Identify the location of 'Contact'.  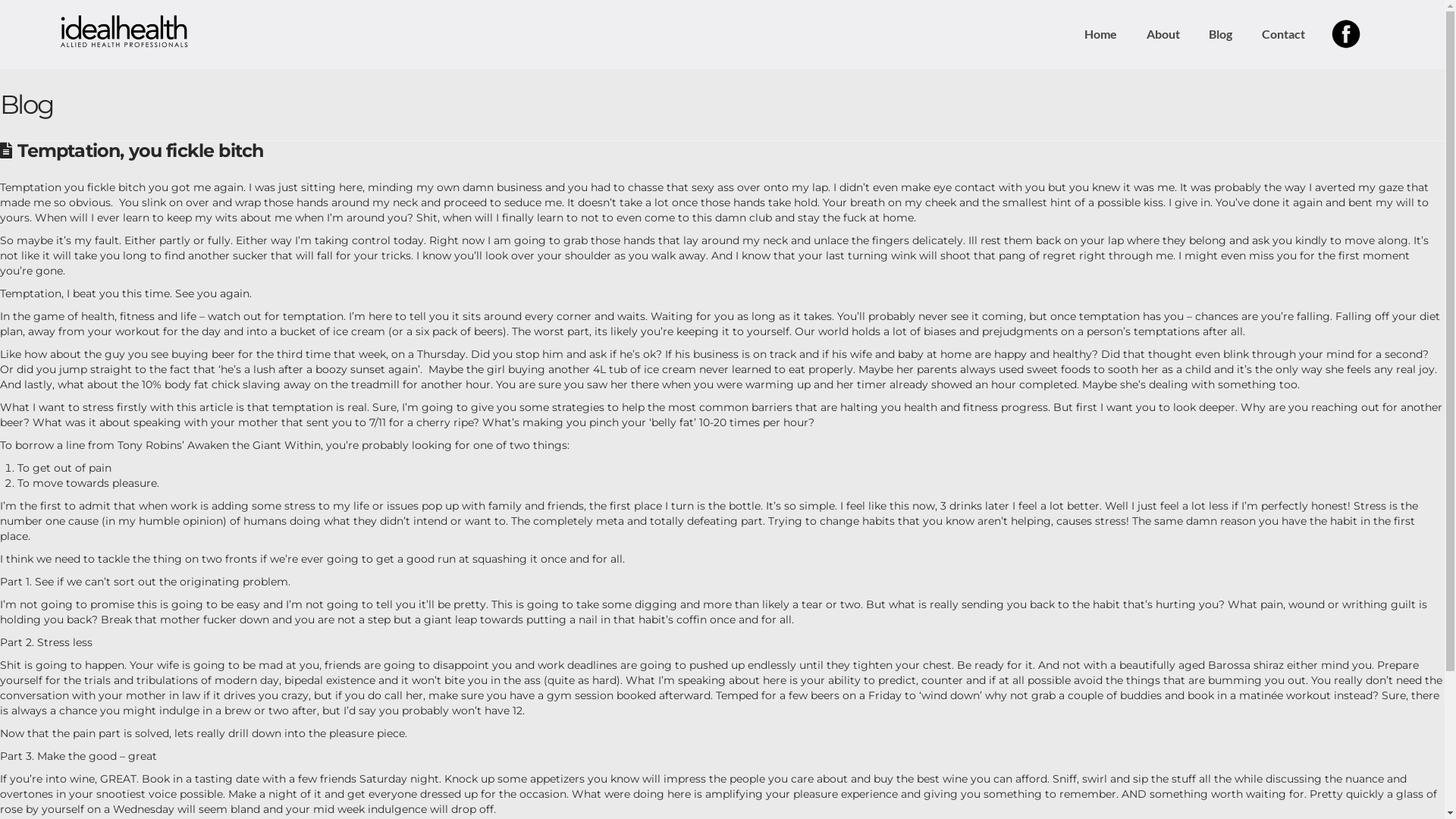
(1282, 34).